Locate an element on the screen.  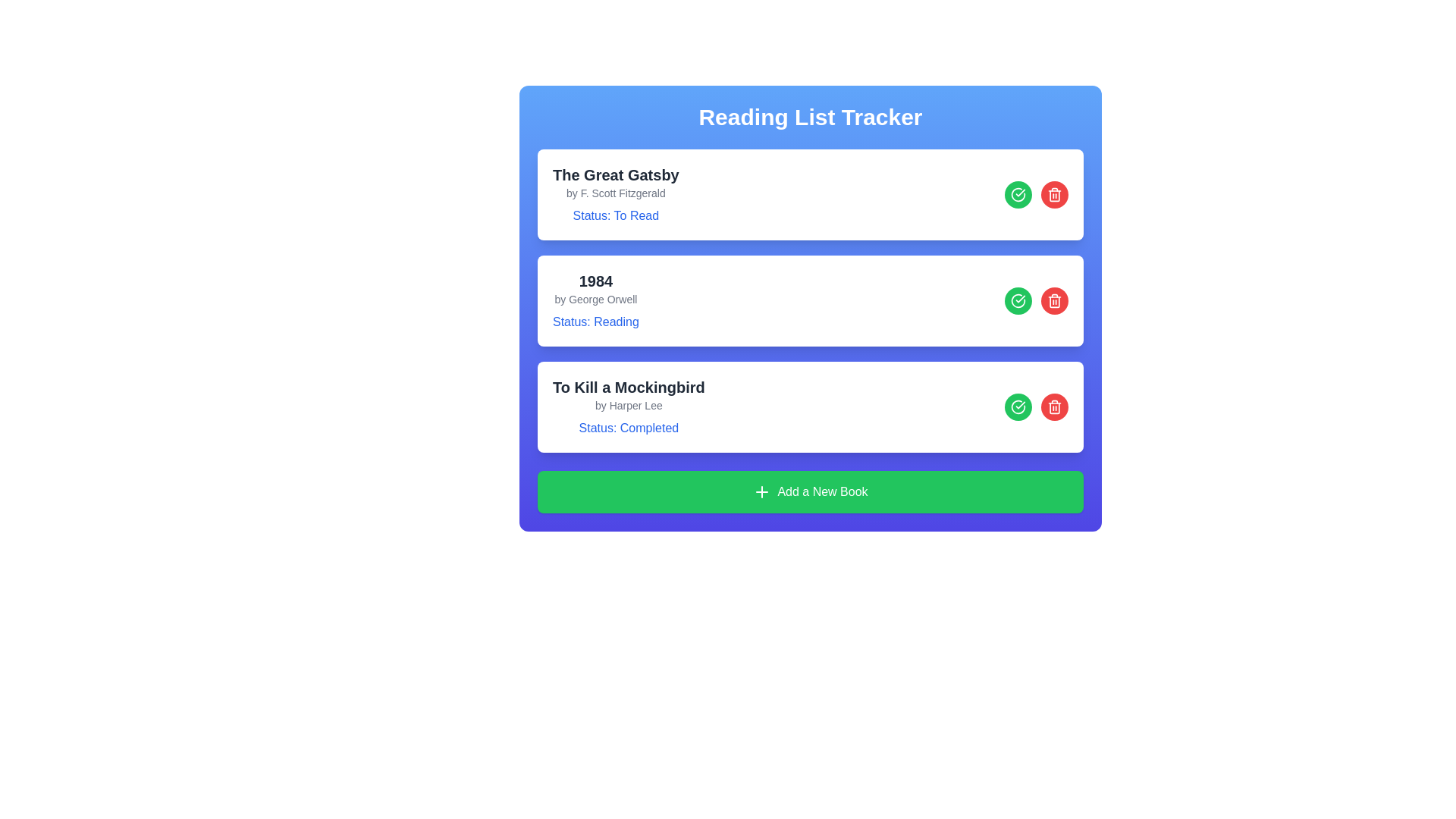
the composite interactive UI element containing the green button for marking the book as read and the red button for deleting the book entry, which is located in the right section of the card for 'The Great Gatsby' is located at coordinates (1036, 194).